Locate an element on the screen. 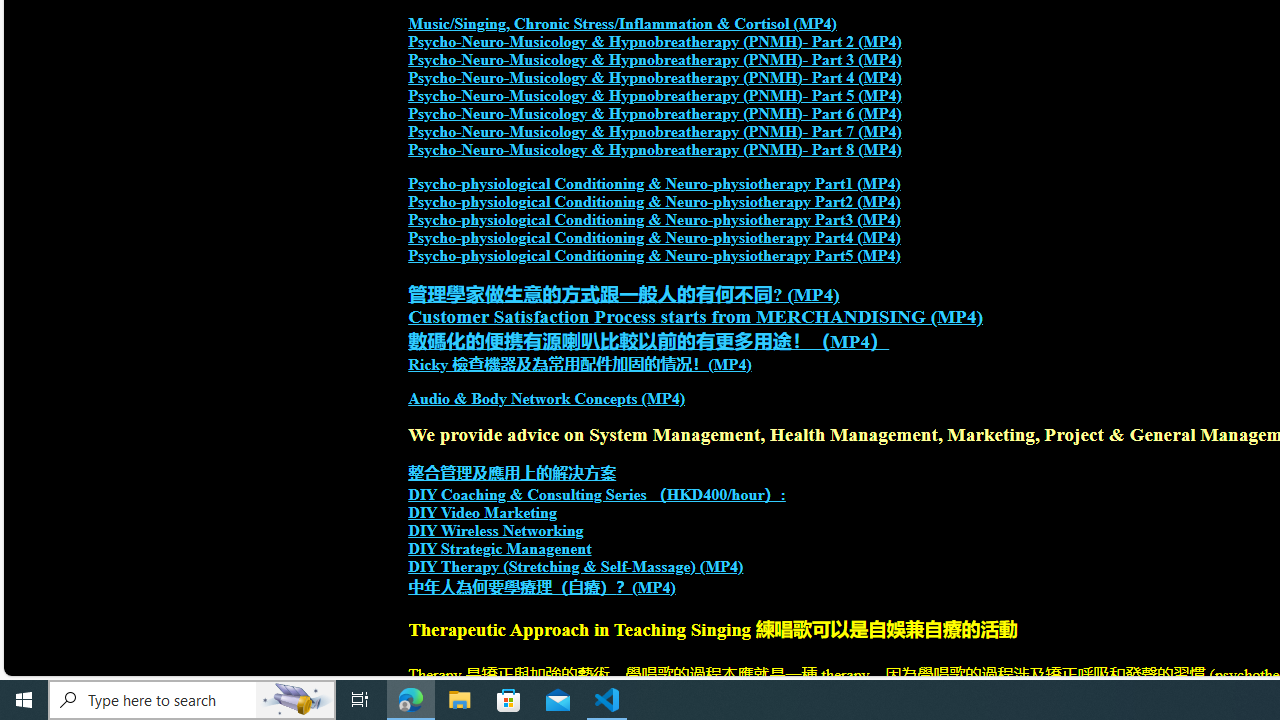 The height and width of the screenshot is (720, 1280). 'Music/Singing, Chronic Stress/Inflammation & Cortisol (MP4)' is located at coordinates (621, 24).